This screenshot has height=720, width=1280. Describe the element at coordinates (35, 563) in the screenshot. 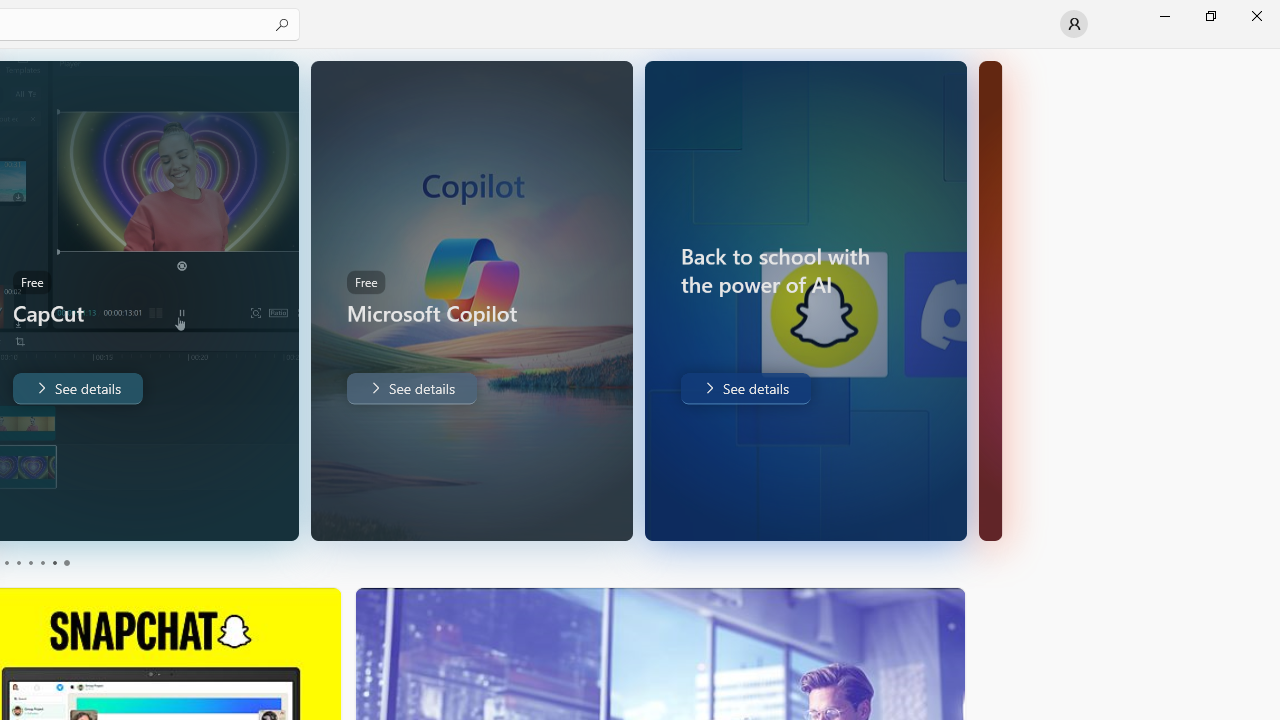

I see `'Pager'` at that location.